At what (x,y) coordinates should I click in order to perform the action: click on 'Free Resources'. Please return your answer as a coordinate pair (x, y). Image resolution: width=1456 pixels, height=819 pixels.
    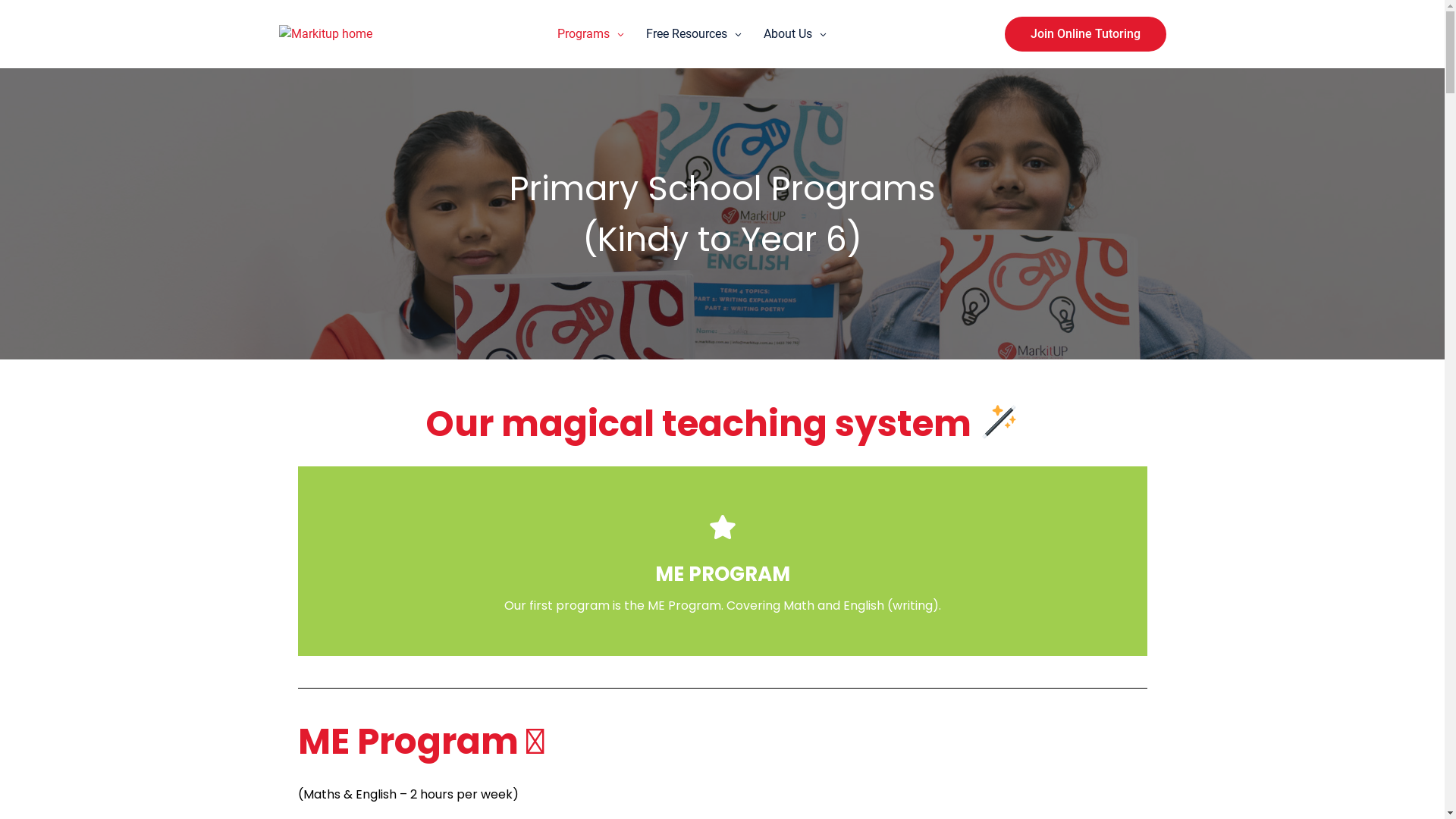
    Looking at the image, I should click on (686, 34).